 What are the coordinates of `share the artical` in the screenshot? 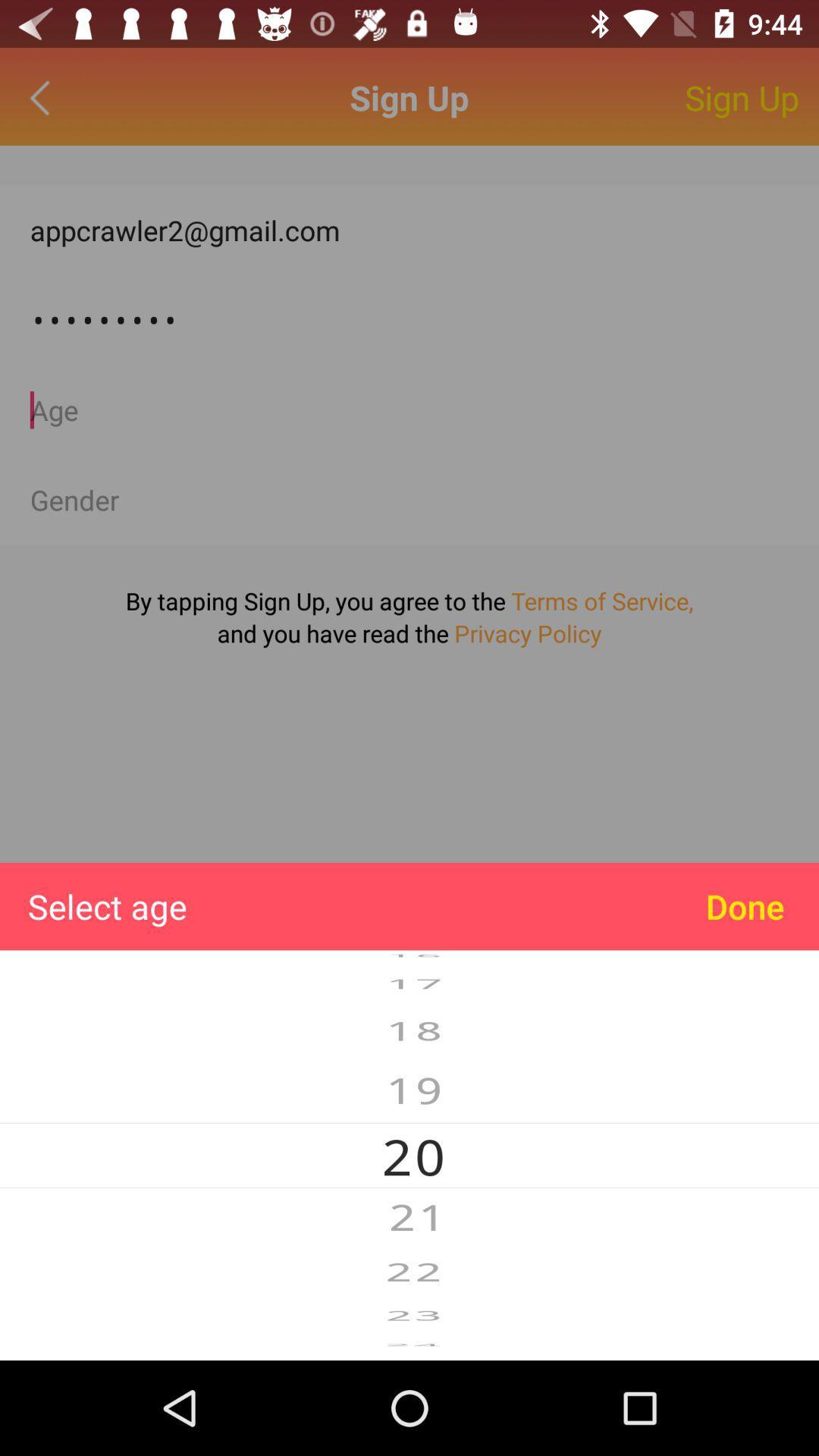 It's located at (409, 500).